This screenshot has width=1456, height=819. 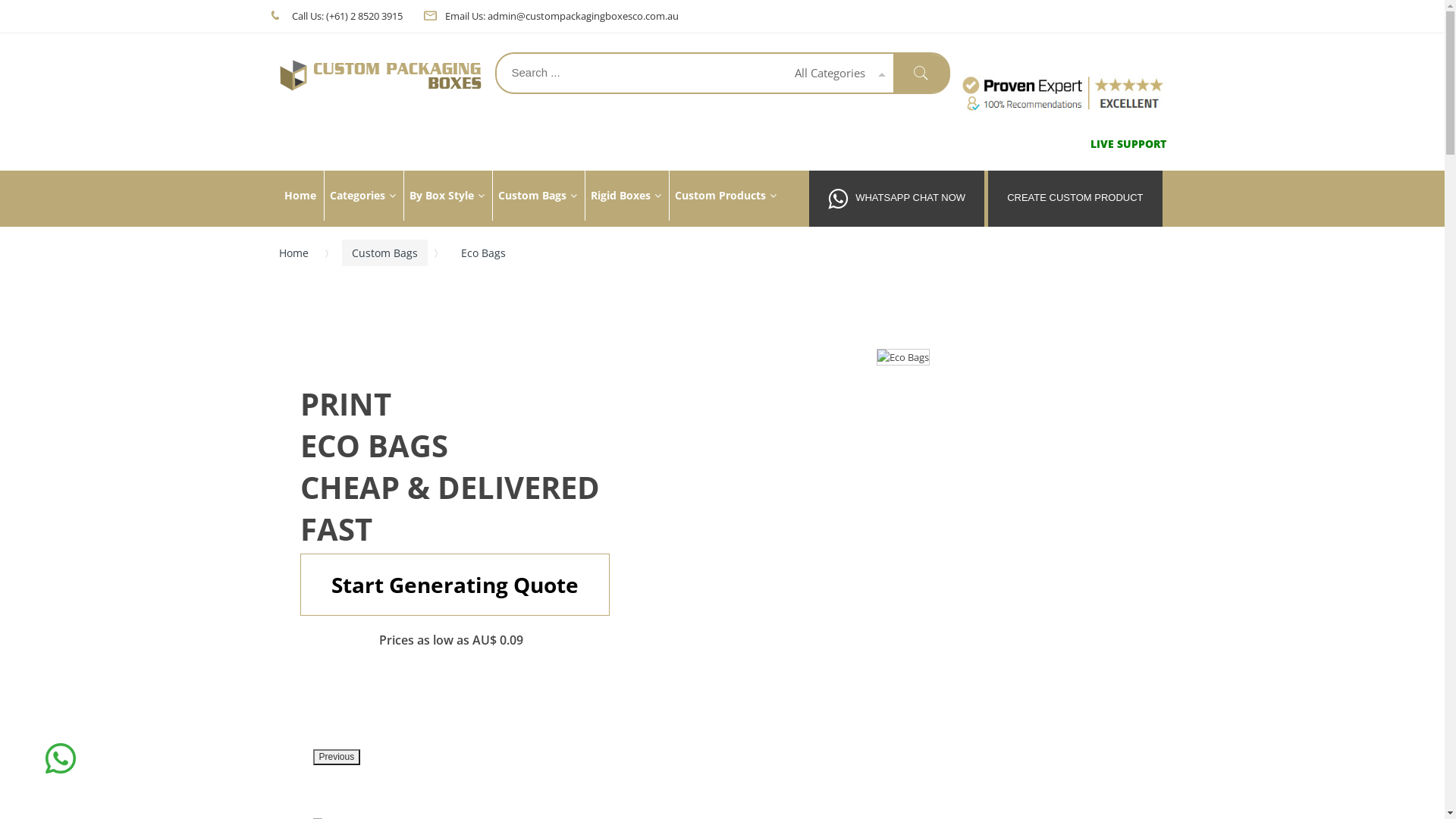 I want to click on 'LIVE SUPPORT', so click(x=1128, y=143).